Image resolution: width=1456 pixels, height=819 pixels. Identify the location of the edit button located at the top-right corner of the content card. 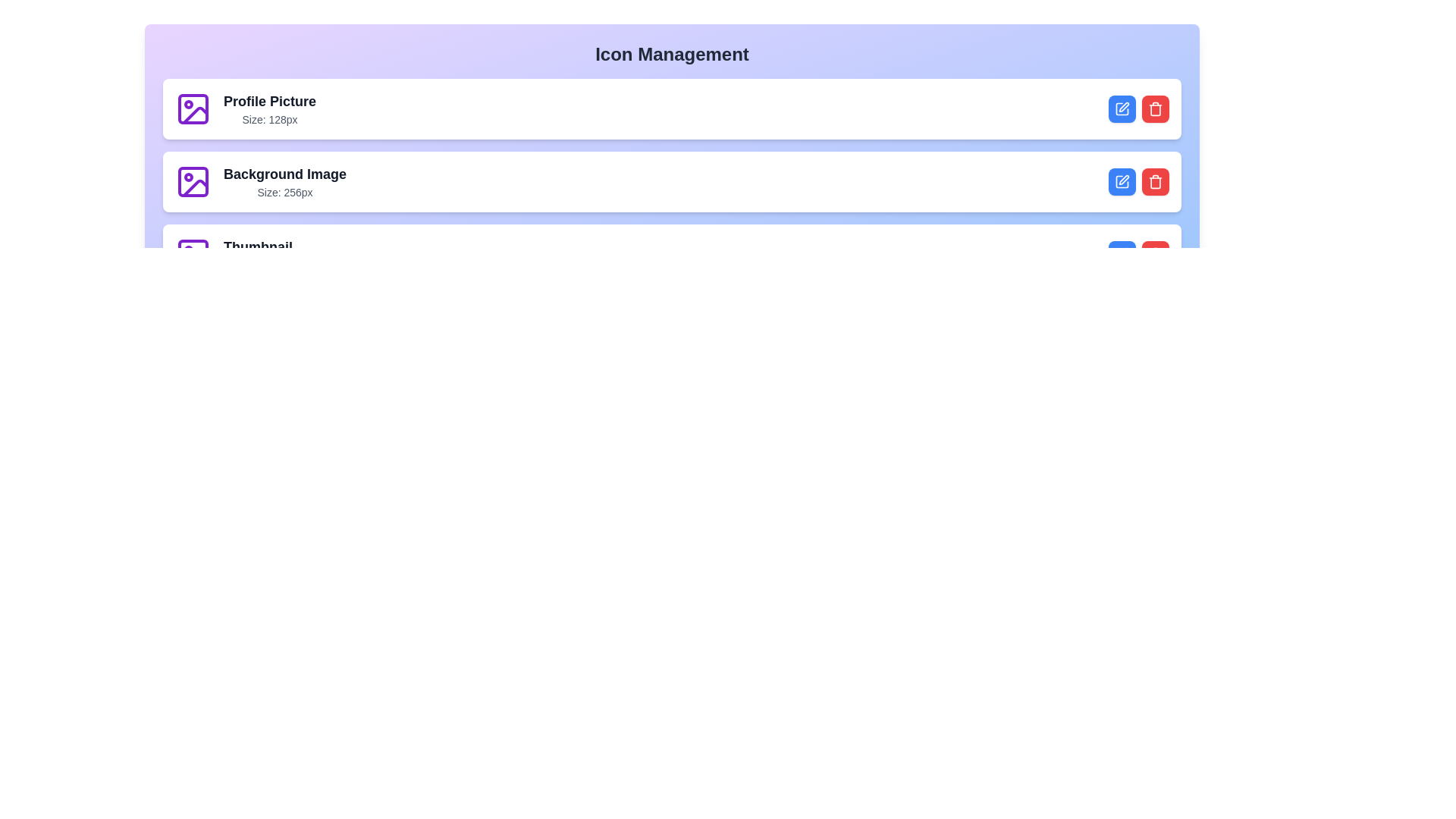
(1122, 108).